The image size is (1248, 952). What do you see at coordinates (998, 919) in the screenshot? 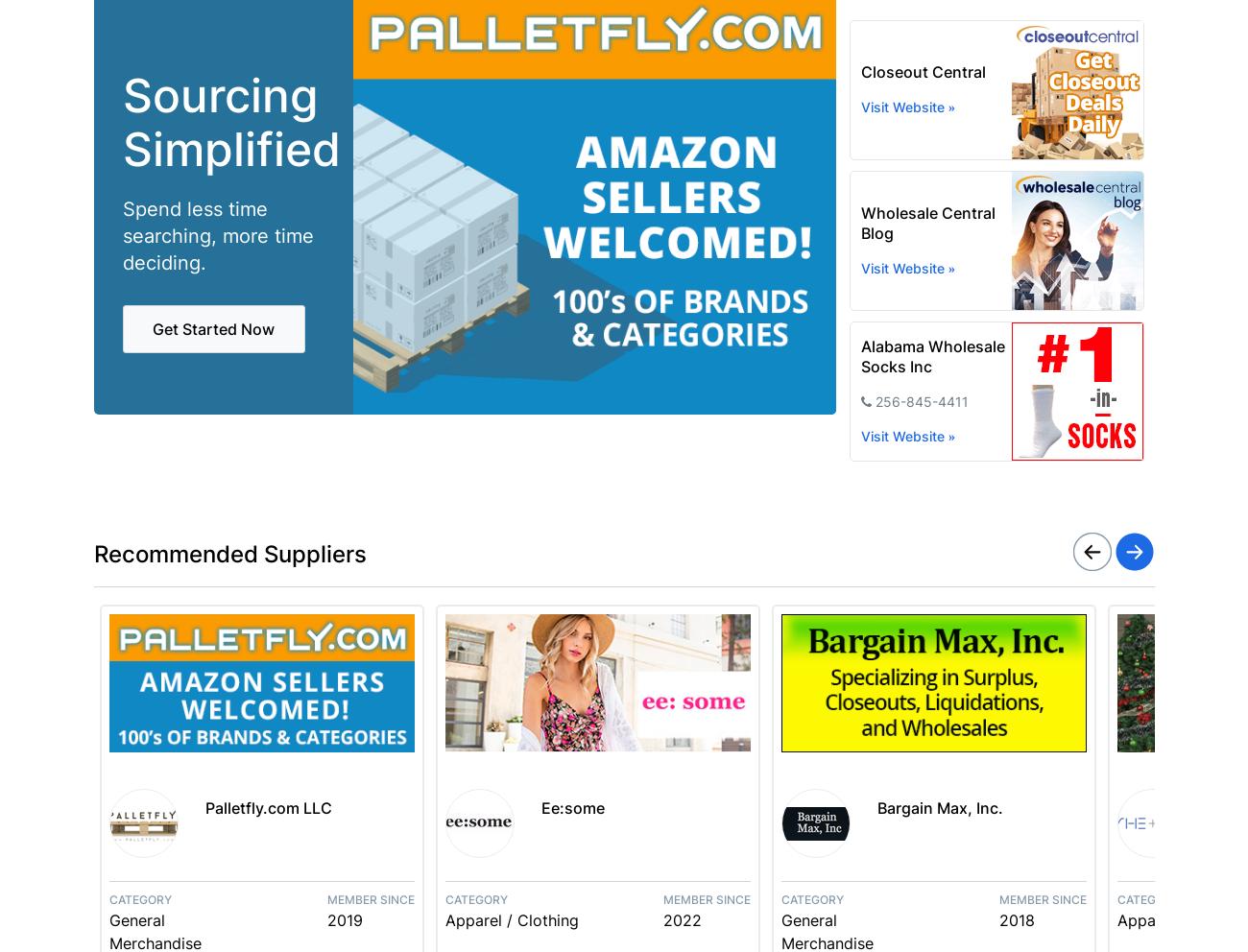
I see `'2018'` at bounding box center [998, 919].